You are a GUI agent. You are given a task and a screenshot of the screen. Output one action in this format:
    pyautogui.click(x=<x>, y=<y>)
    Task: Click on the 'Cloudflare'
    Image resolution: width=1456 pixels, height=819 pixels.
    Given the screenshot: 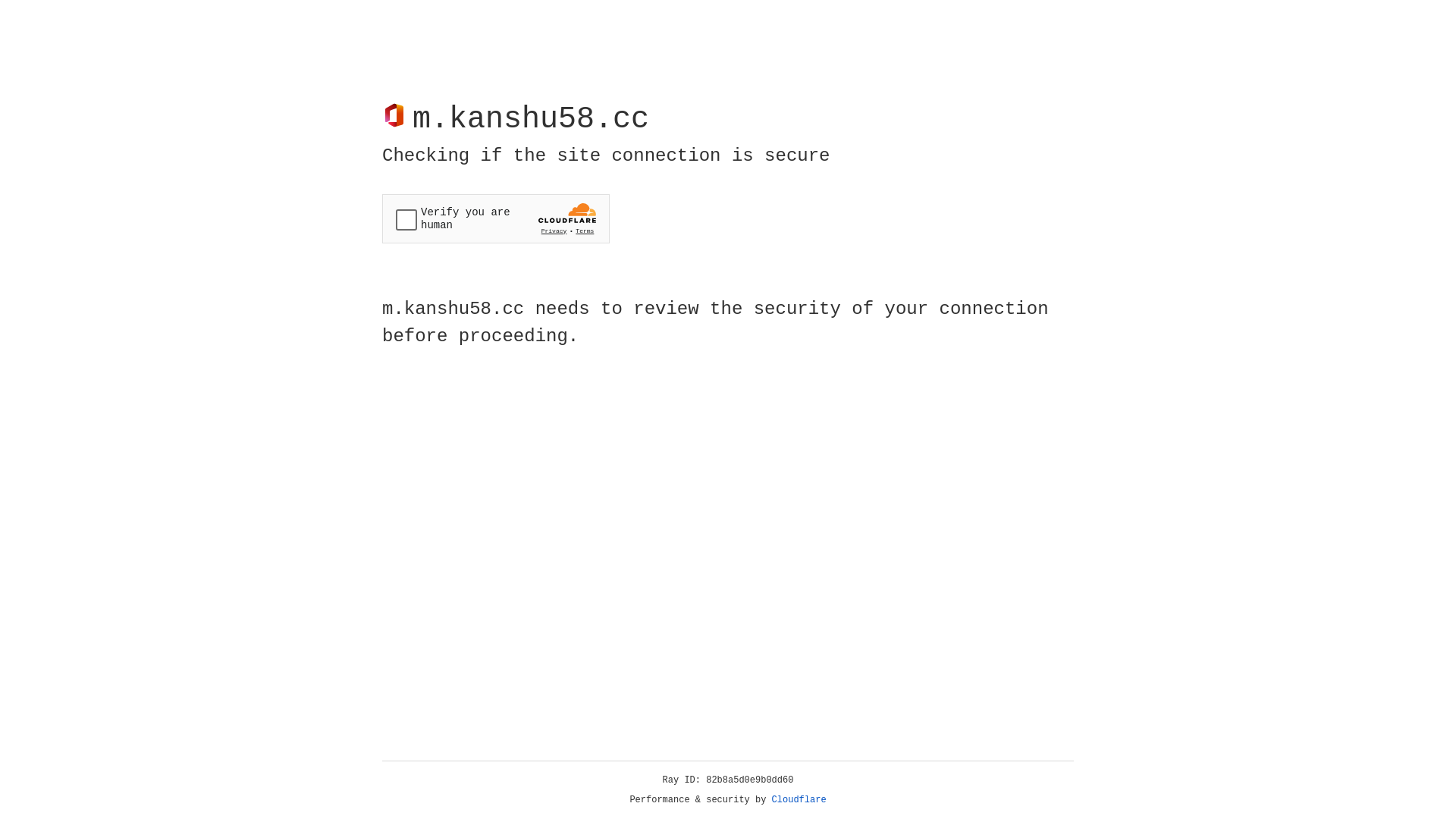 What is the action you would take?
    pyautogui.click(x=799, y=799)
    